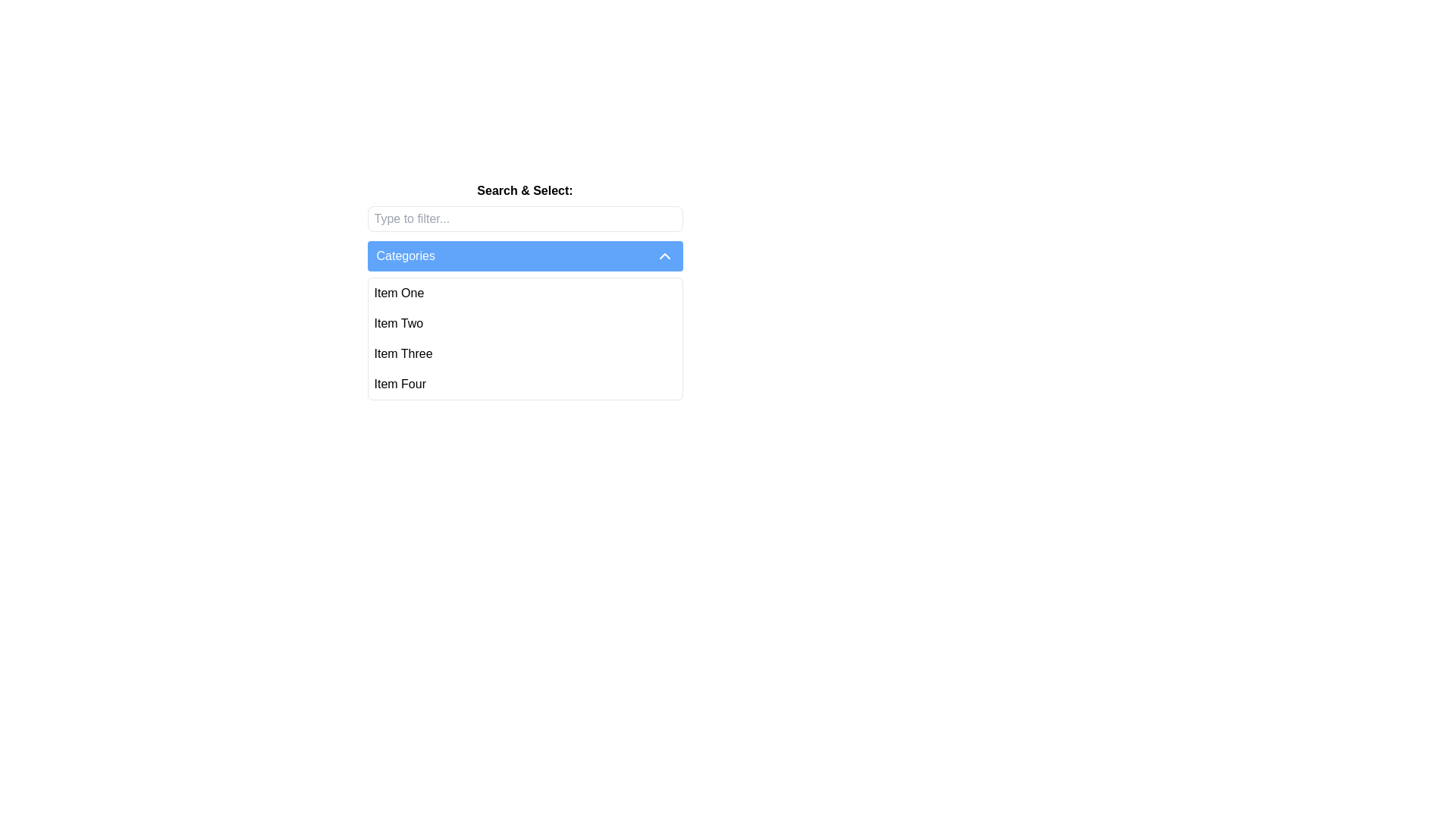 Image resolution: width=1456 pixels, height=819 pixels. I want to click on the fourth entry in the dropdown menu labeled 'Search & Select:', so click(525, 383).